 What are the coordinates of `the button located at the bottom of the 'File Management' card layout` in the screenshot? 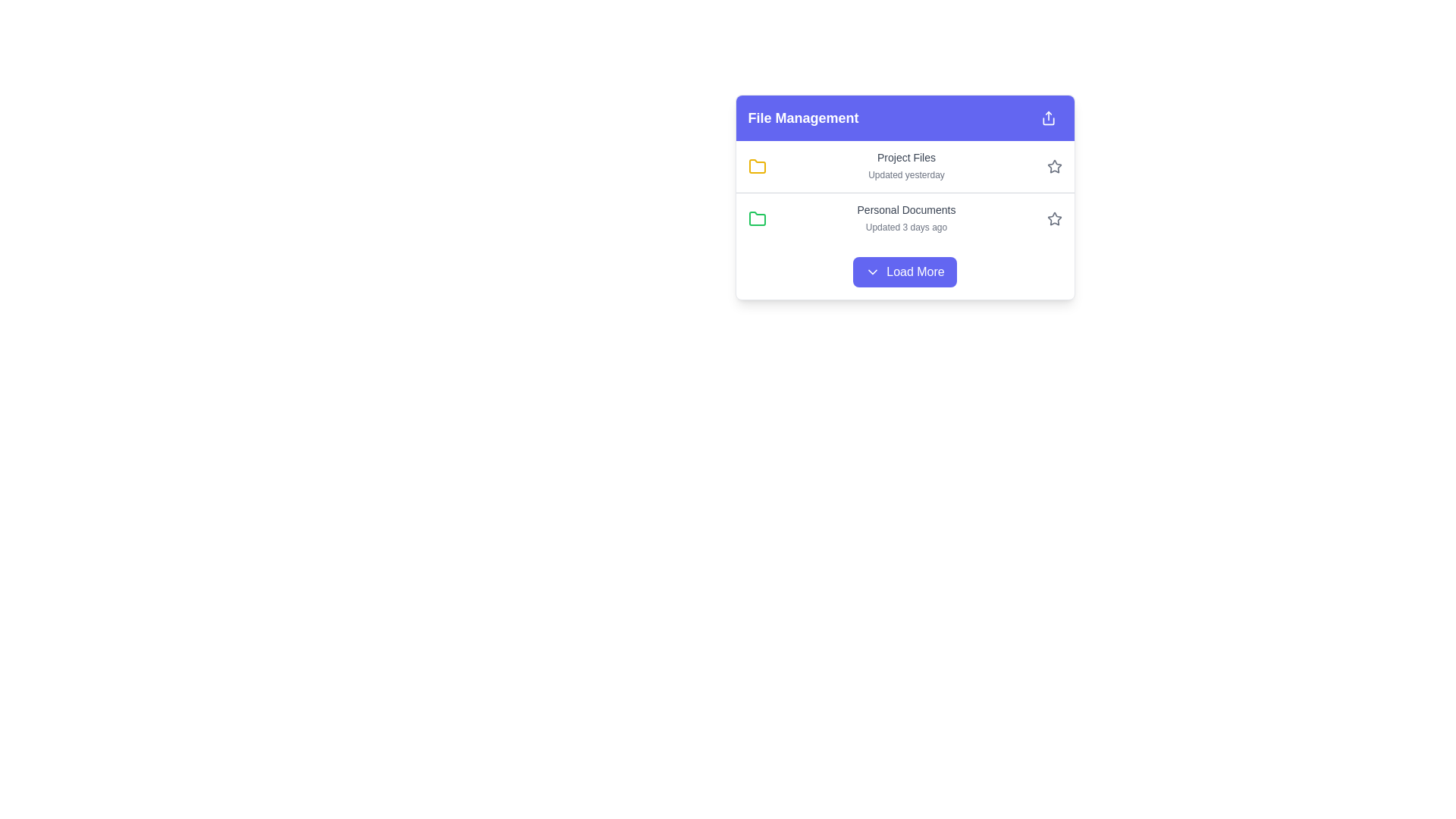 It's located at (905, 271).